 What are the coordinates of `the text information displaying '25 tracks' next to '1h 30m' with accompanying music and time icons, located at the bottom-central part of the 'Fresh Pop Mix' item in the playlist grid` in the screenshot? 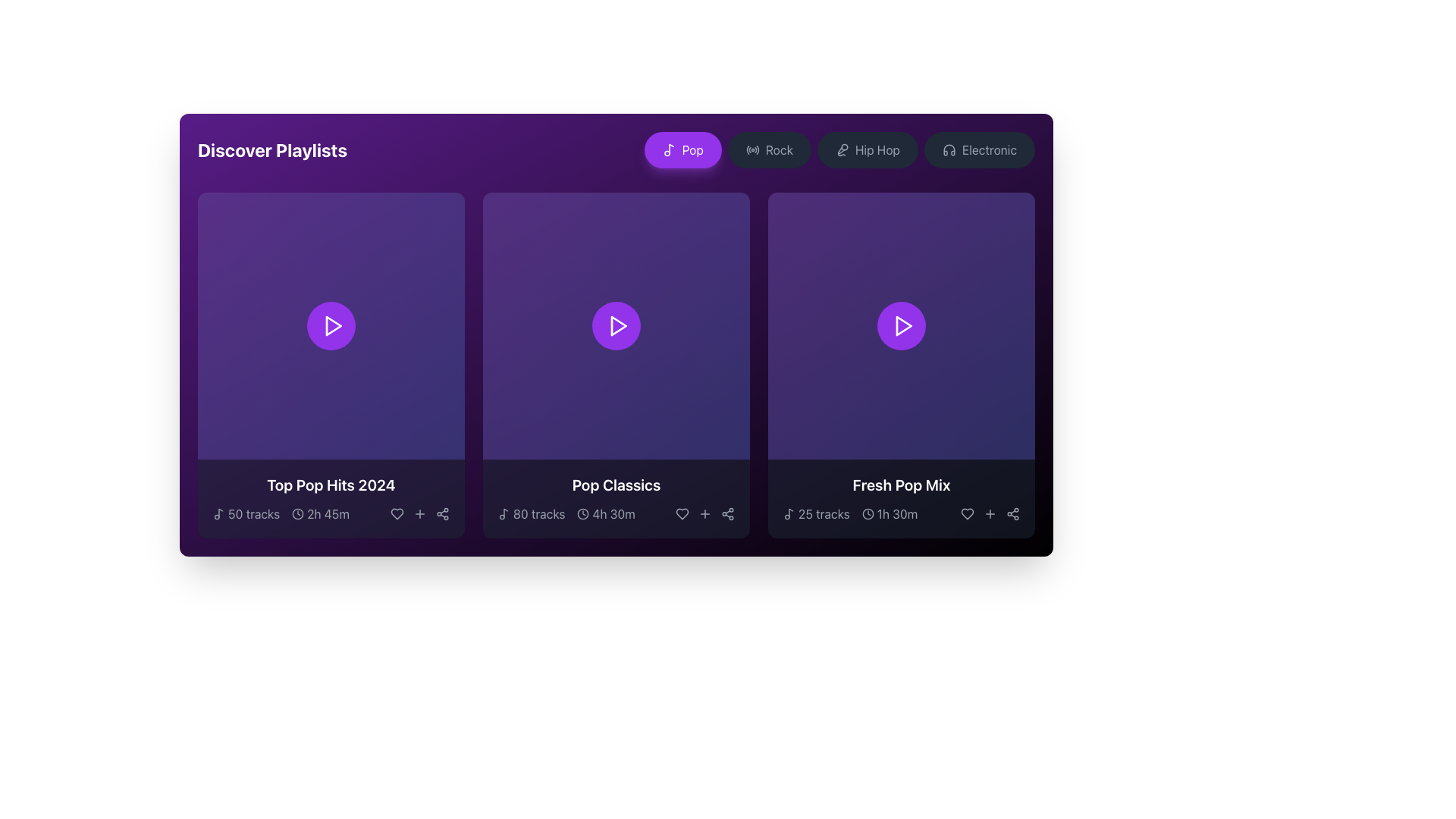 It's located at (902, 513).